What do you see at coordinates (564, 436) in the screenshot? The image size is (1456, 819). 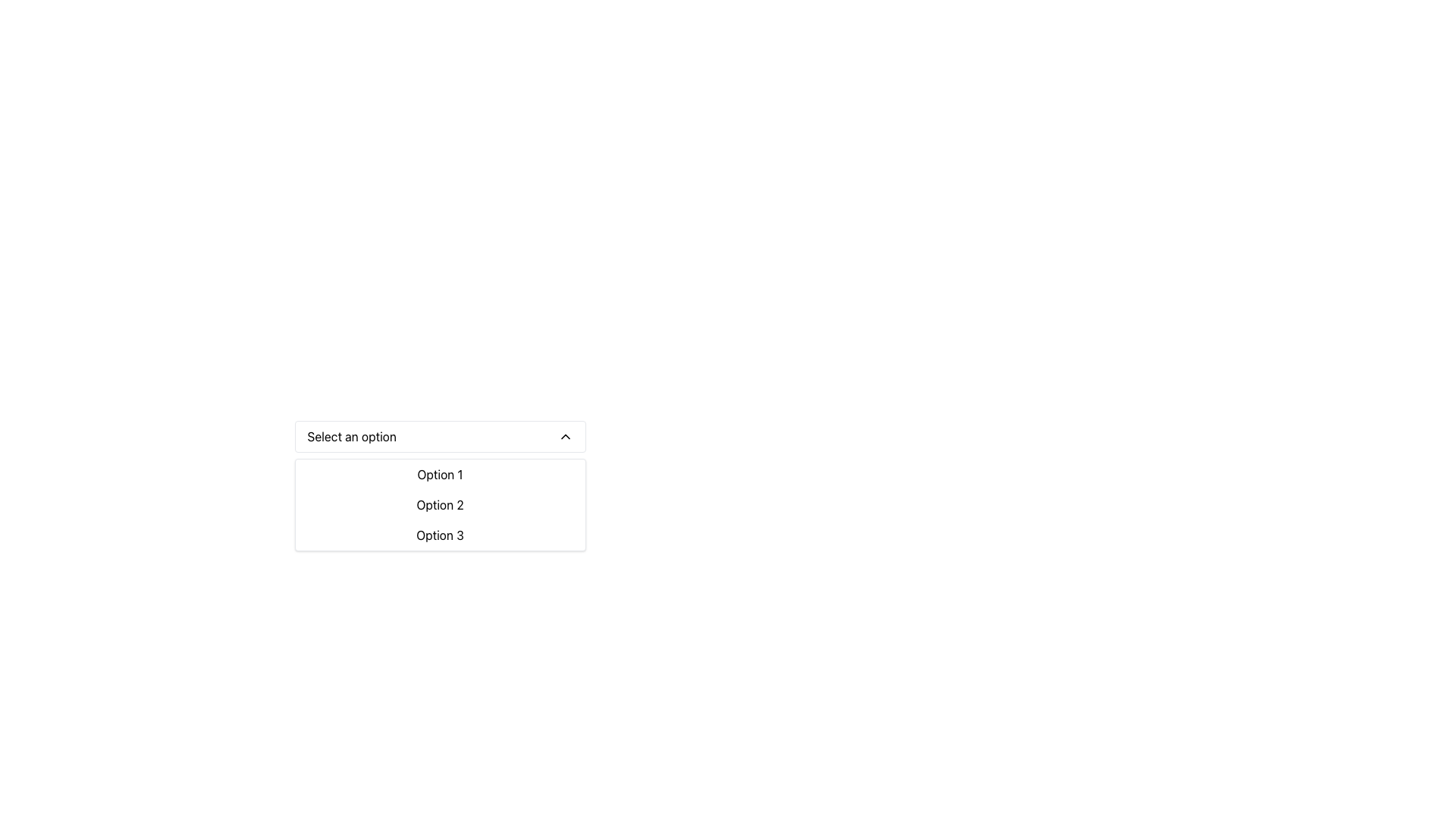 I see `the small chevron-up icon located at the top right corner of the 'Select an option' dropdown menu` at bounding box center [564, 436].